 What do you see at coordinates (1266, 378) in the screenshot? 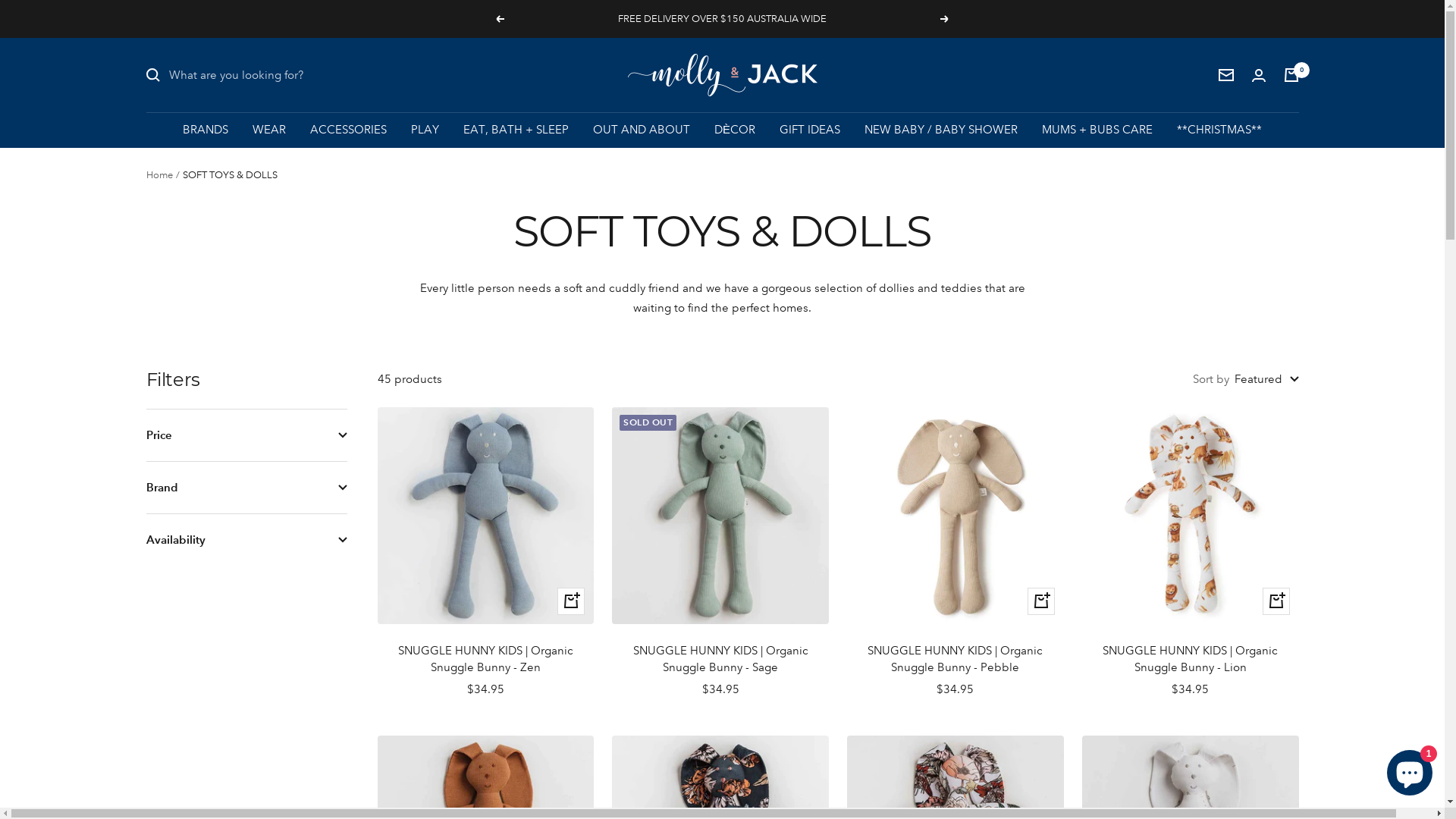
I see `'Featured'` at bounding box center [1266, 378].